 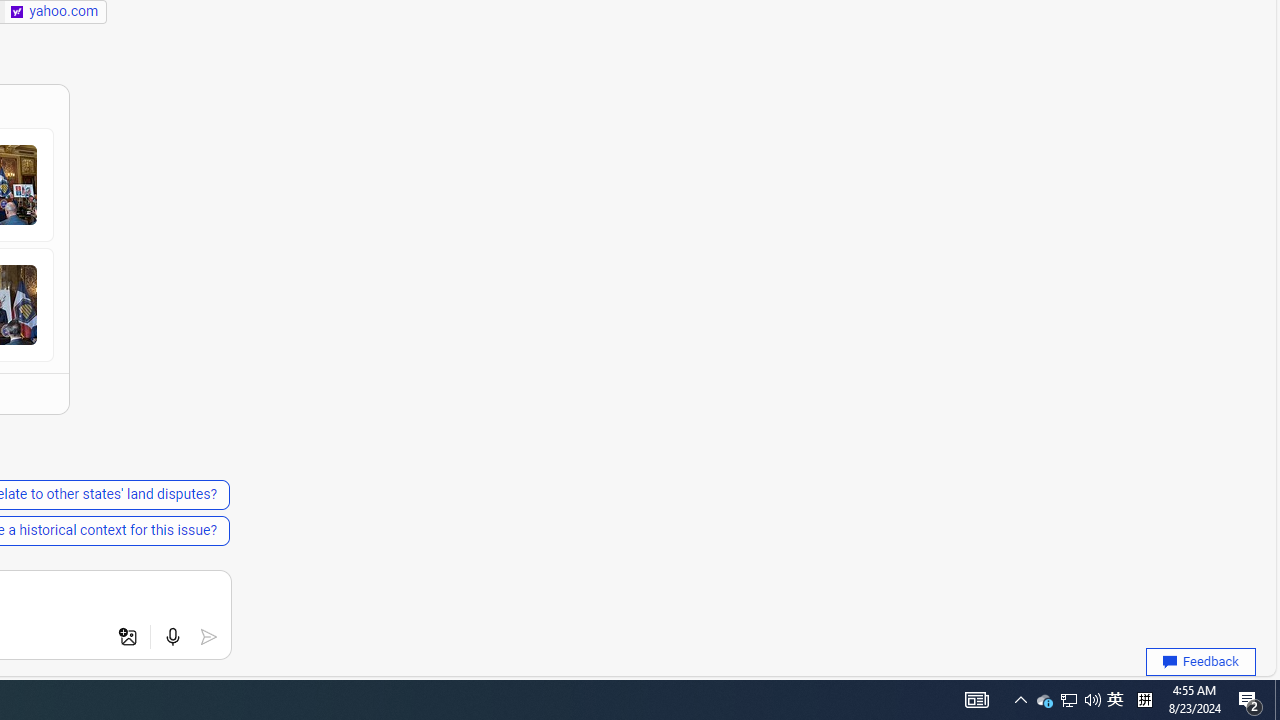 What do you see at coordinates (172, 637) in the screenshot?
I see `'Use microphone'` at bounding box center [172, 637].